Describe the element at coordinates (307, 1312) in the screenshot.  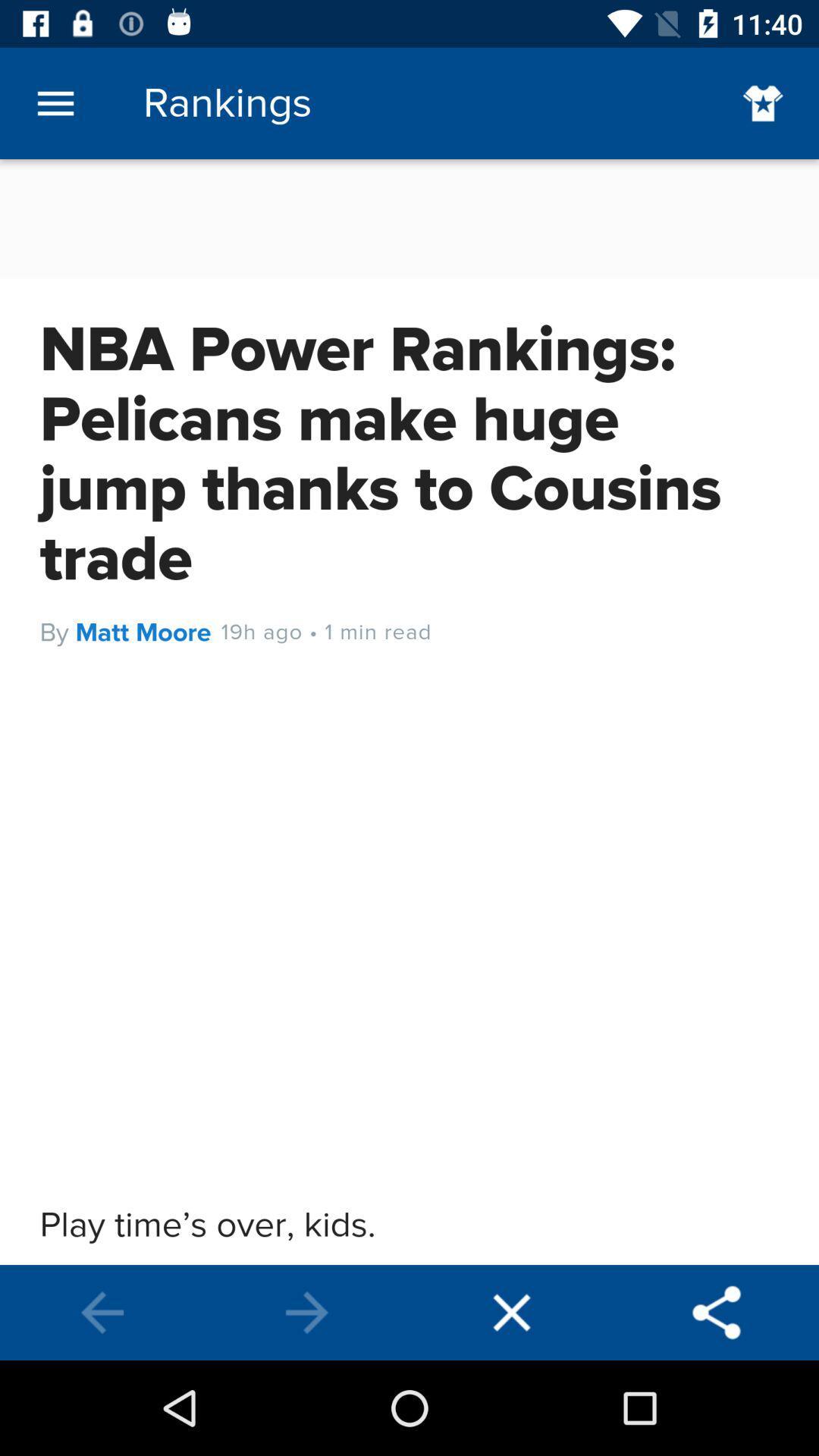
I see `next` at that location.